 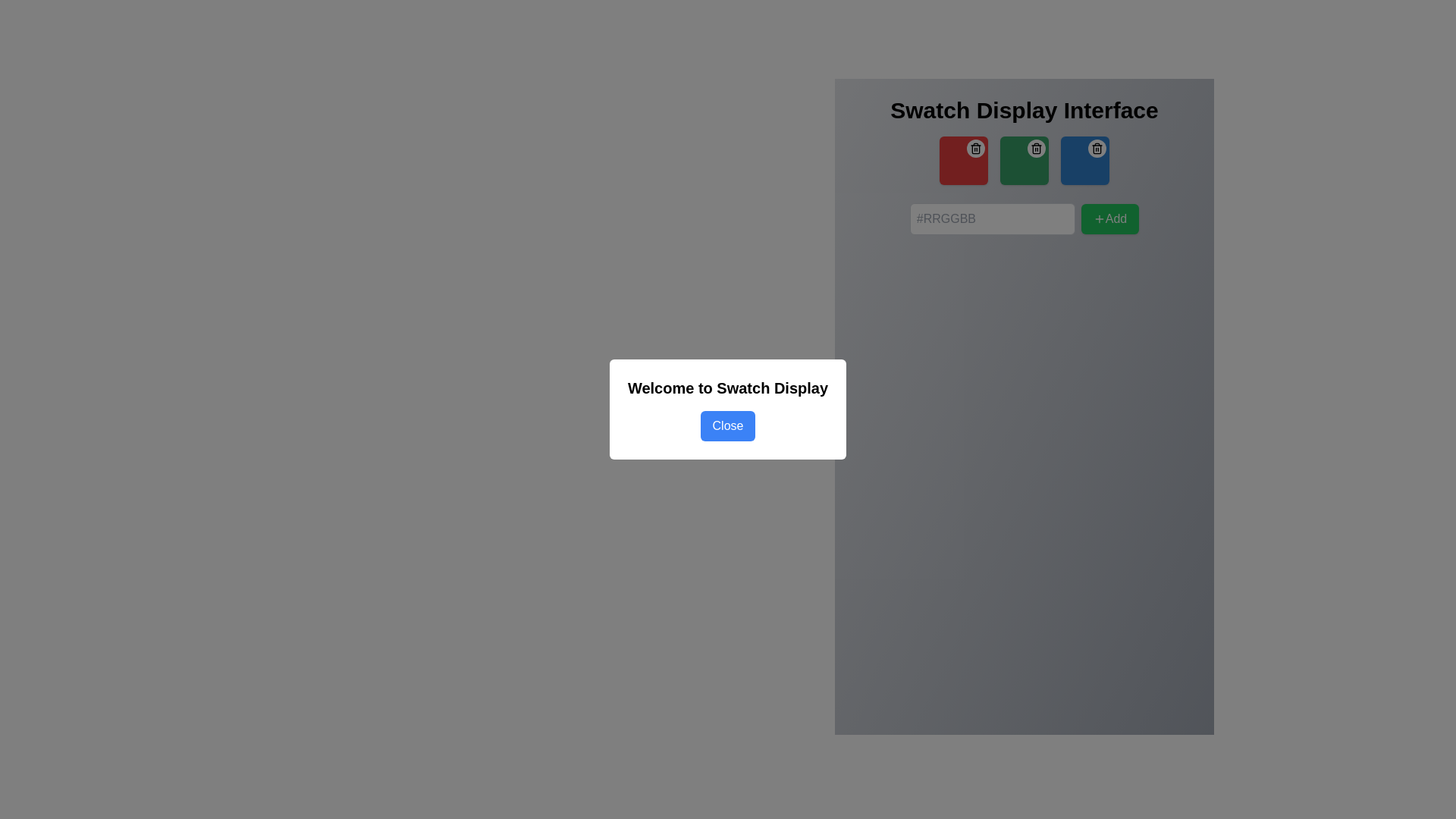 I want to click on the trash icon button, which is a small trash can symbol with rounded corners, displayed in a minimalist style within a circular white background, located in the green-colored square section of the interface, so click(x=1036, y=149).